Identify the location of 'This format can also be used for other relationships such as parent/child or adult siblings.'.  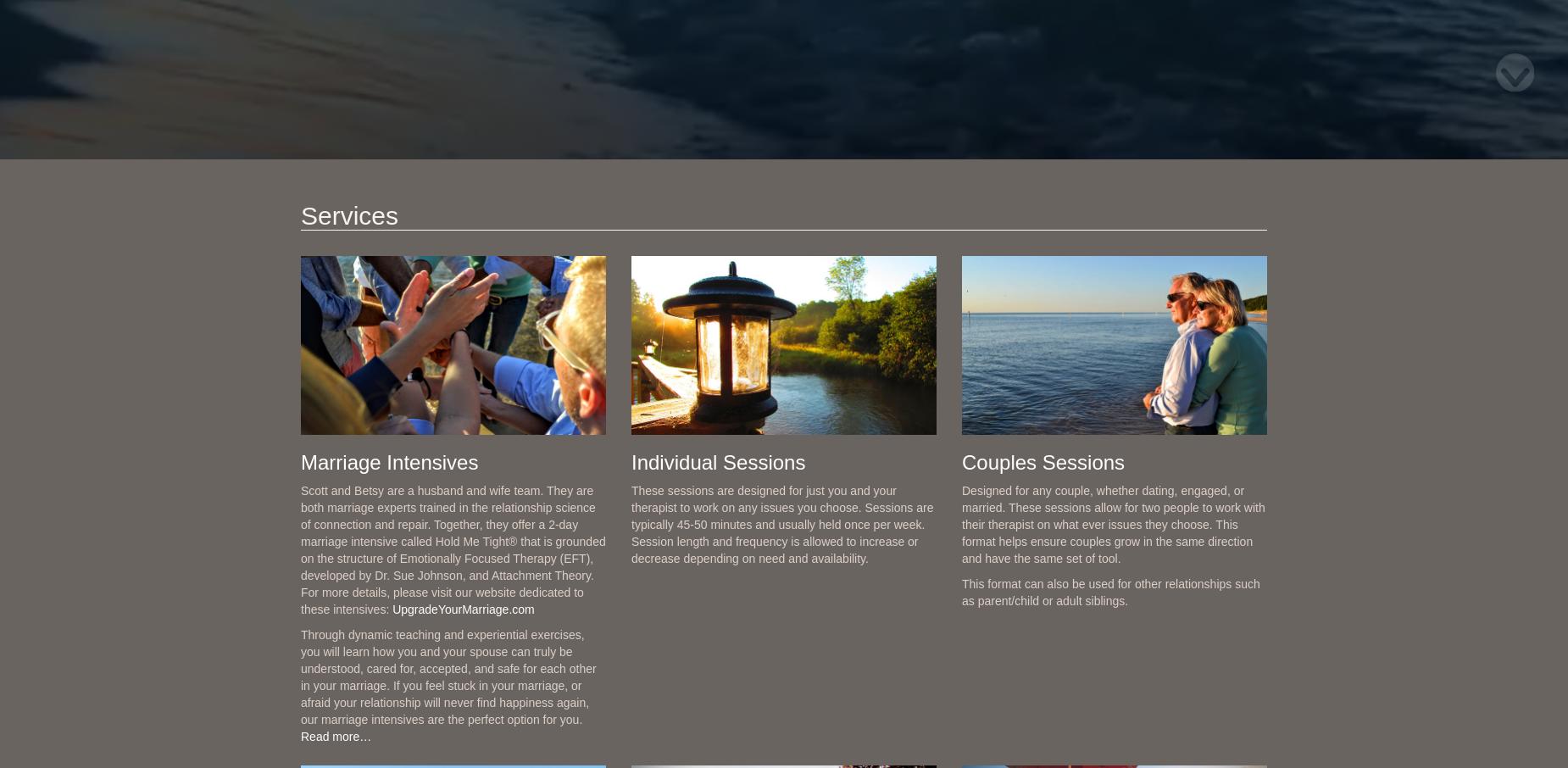
(960, 592).